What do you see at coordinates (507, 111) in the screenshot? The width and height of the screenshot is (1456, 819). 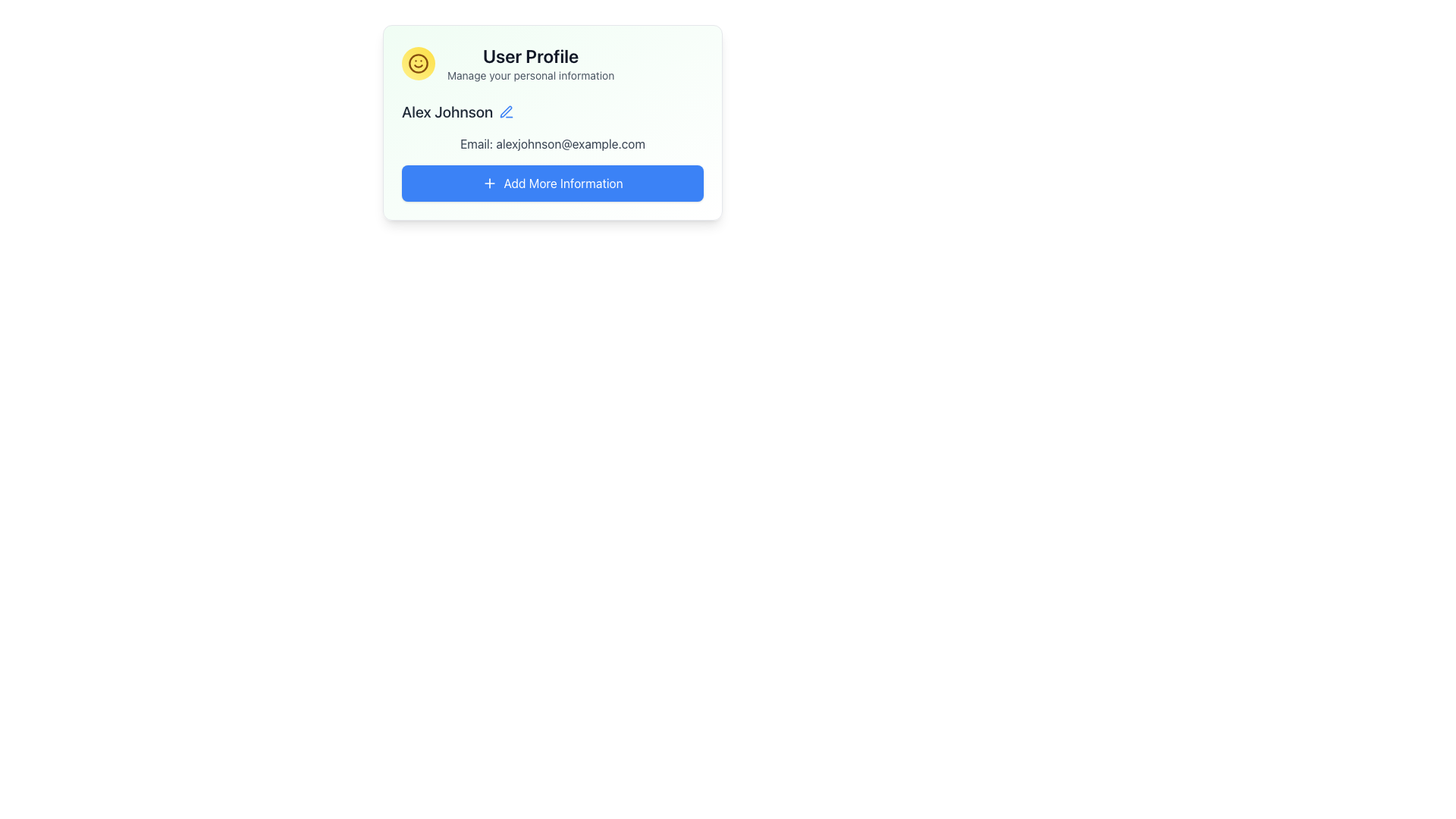 I see `the edit icon button located to the right of the user name 'Alex Johnson'` at bounding box center [507, 111].